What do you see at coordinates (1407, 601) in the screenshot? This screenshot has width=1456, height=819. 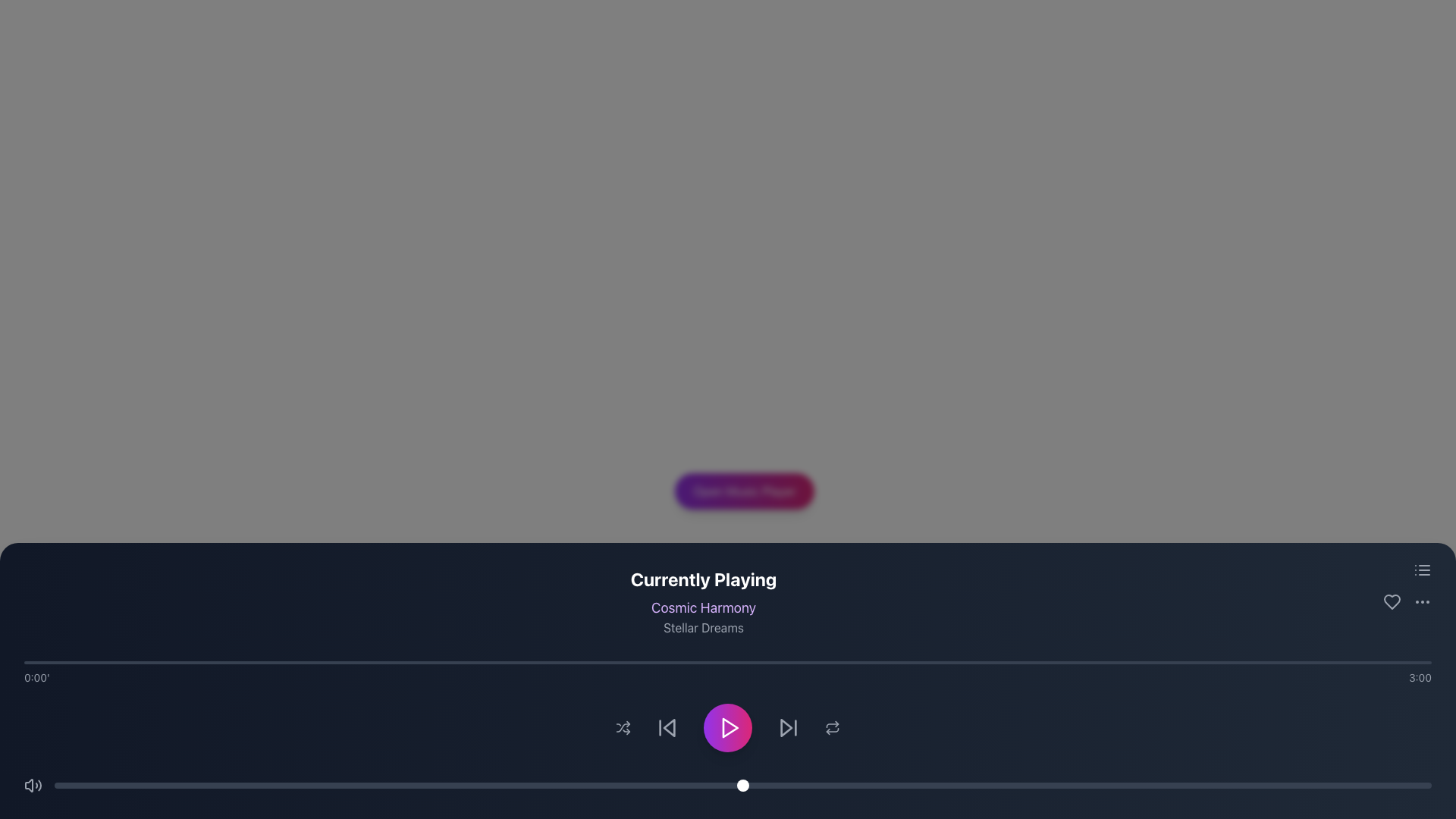 I see `the Icon button located at the top-right corner of the media player control bar` at bounding box center [1407, 601].